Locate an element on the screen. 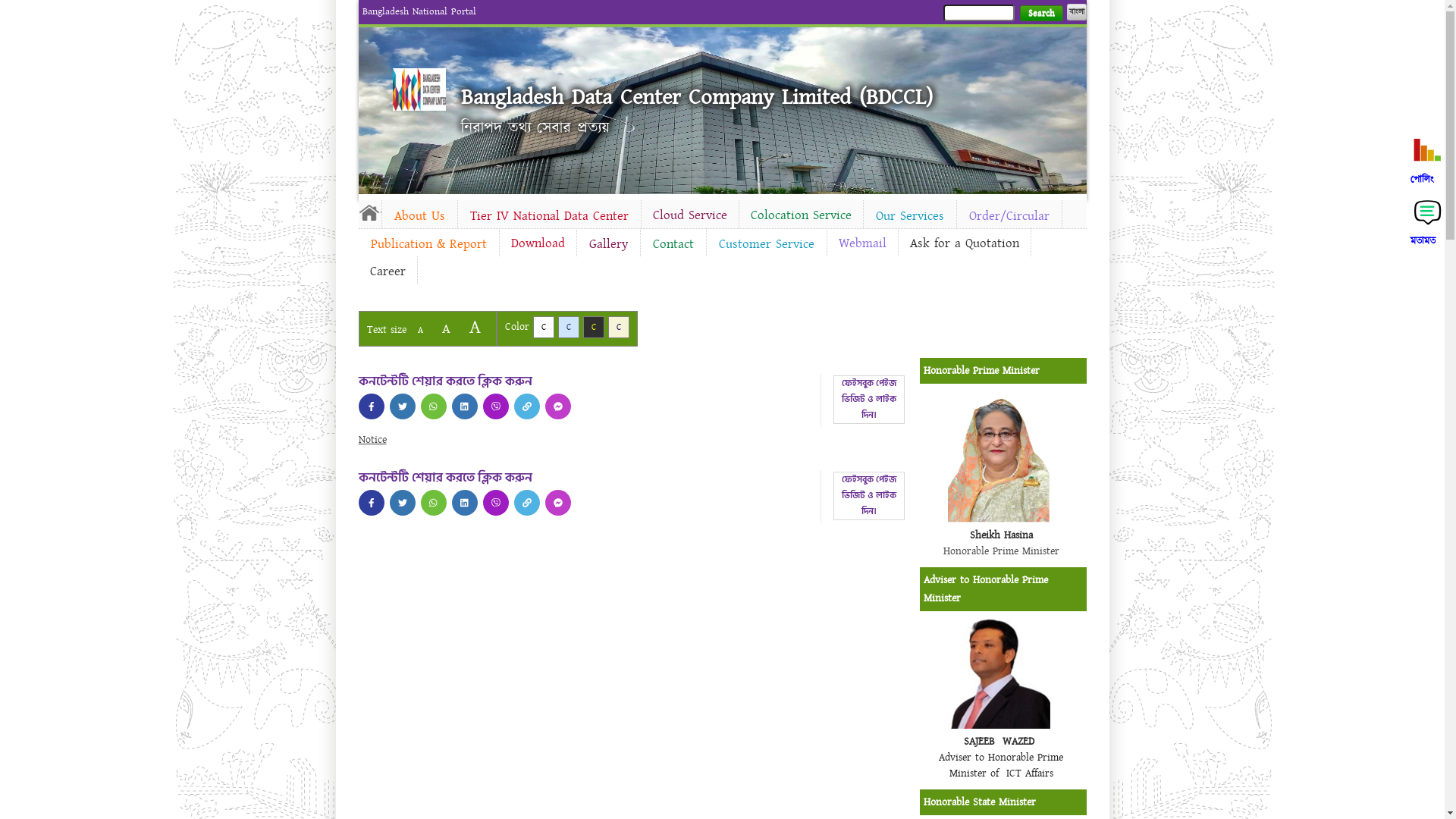 The height and width of the screenshot is (819, 1456). 'Contact' is located at coordinates (672, 243).